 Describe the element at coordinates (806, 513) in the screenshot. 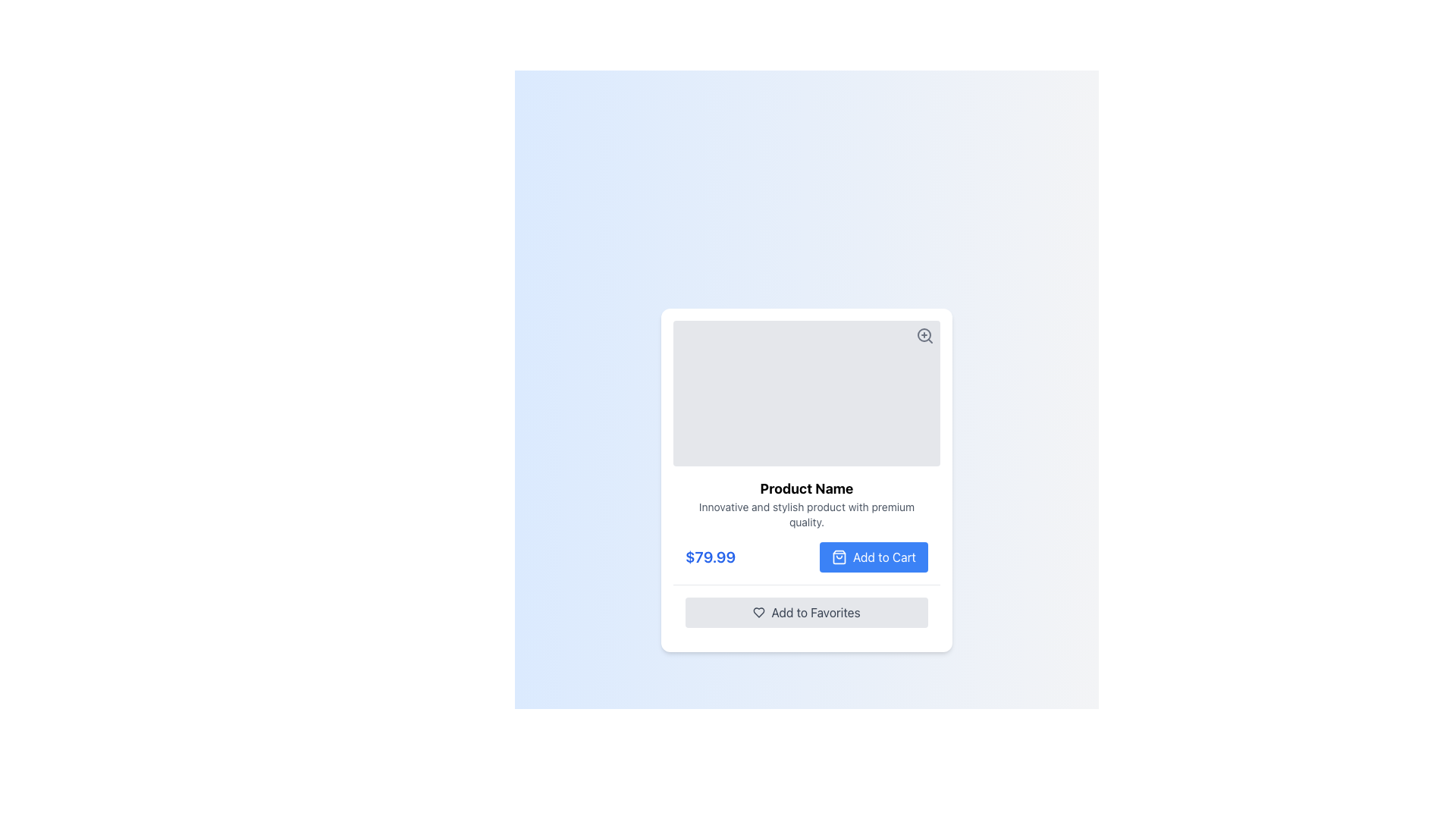

I see `the text block that reads 'Innovative and stylish product with premium quality.' located below the 'Product Name' title in the product card` at that location.